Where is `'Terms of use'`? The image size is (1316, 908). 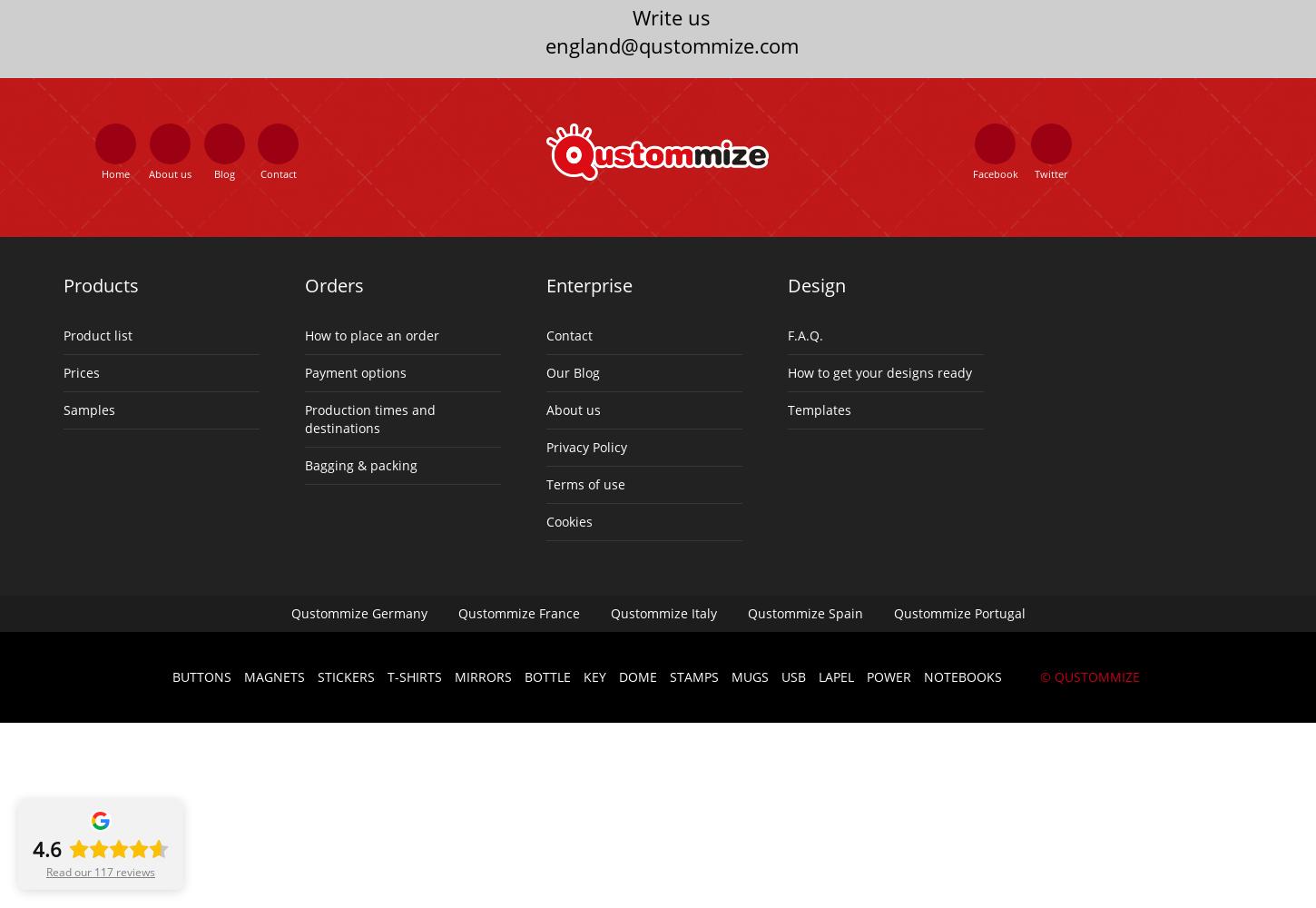
'Terms of use' is located at coordinates (584, 483).